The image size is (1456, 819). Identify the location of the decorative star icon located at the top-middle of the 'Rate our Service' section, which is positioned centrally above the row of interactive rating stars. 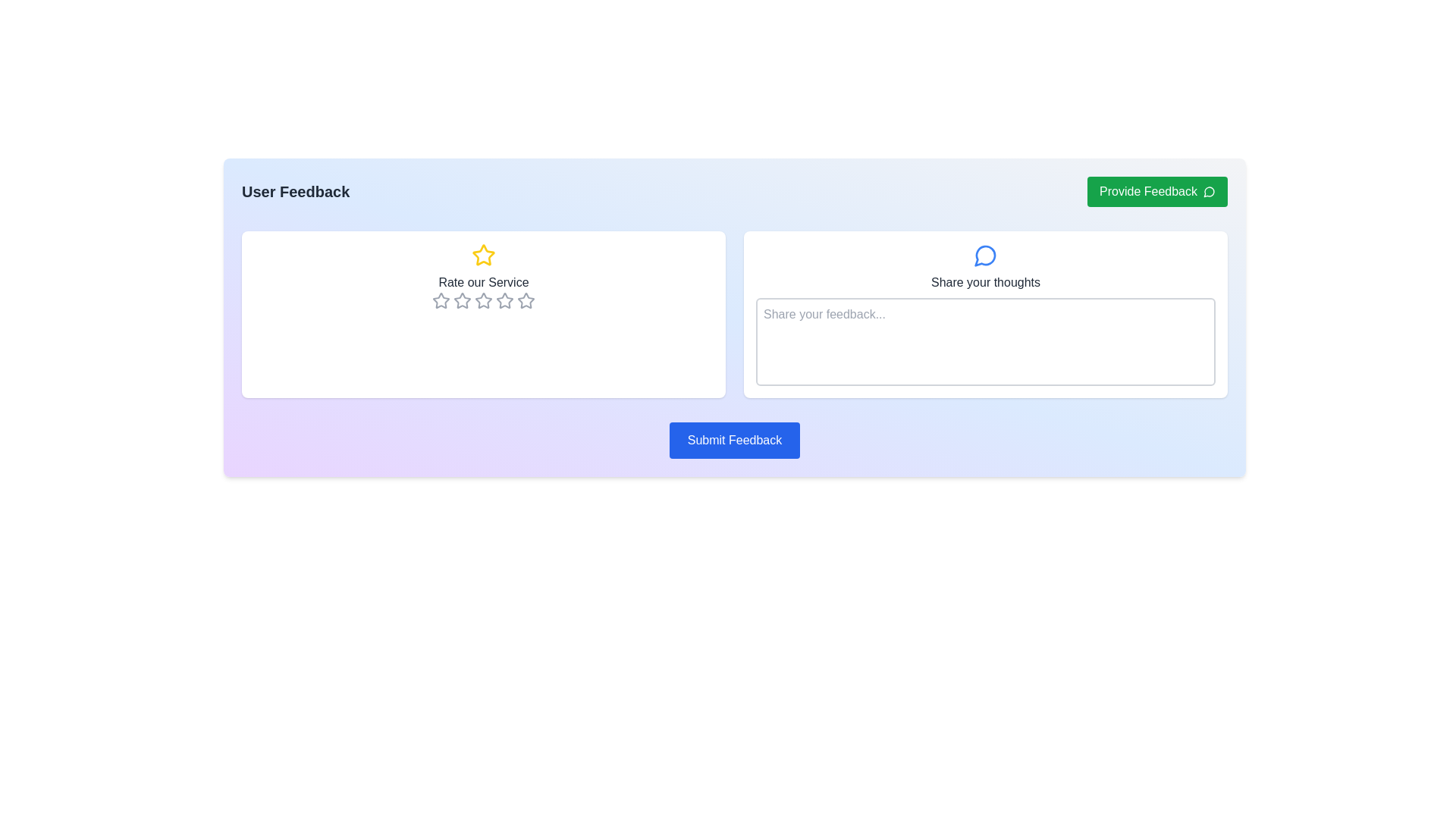
(483, 254).